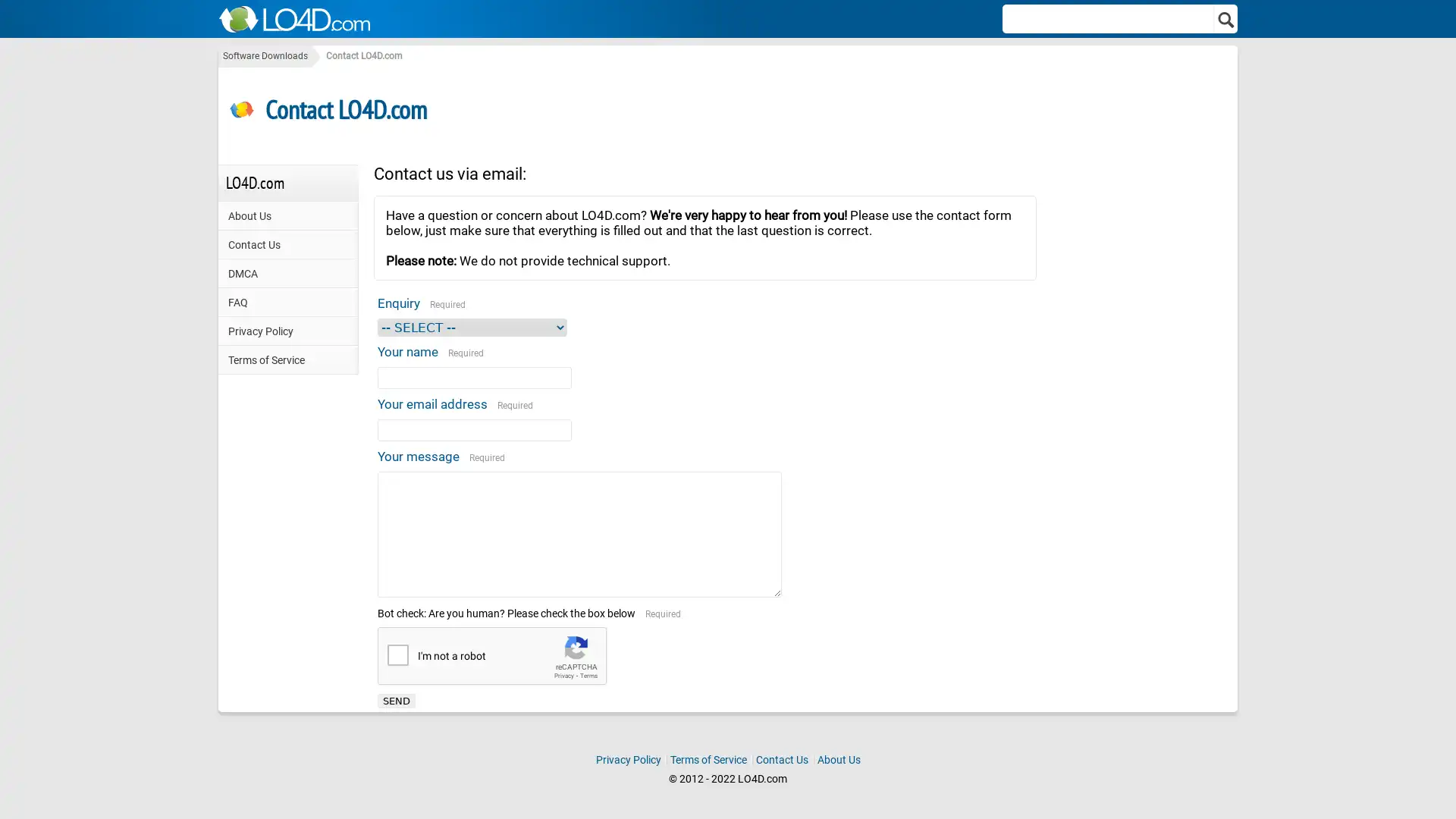 This screenshot has width=1456, height=819. Describe the element at coordinates (1226, 18) in the screenshot. I see `Search` at that location.